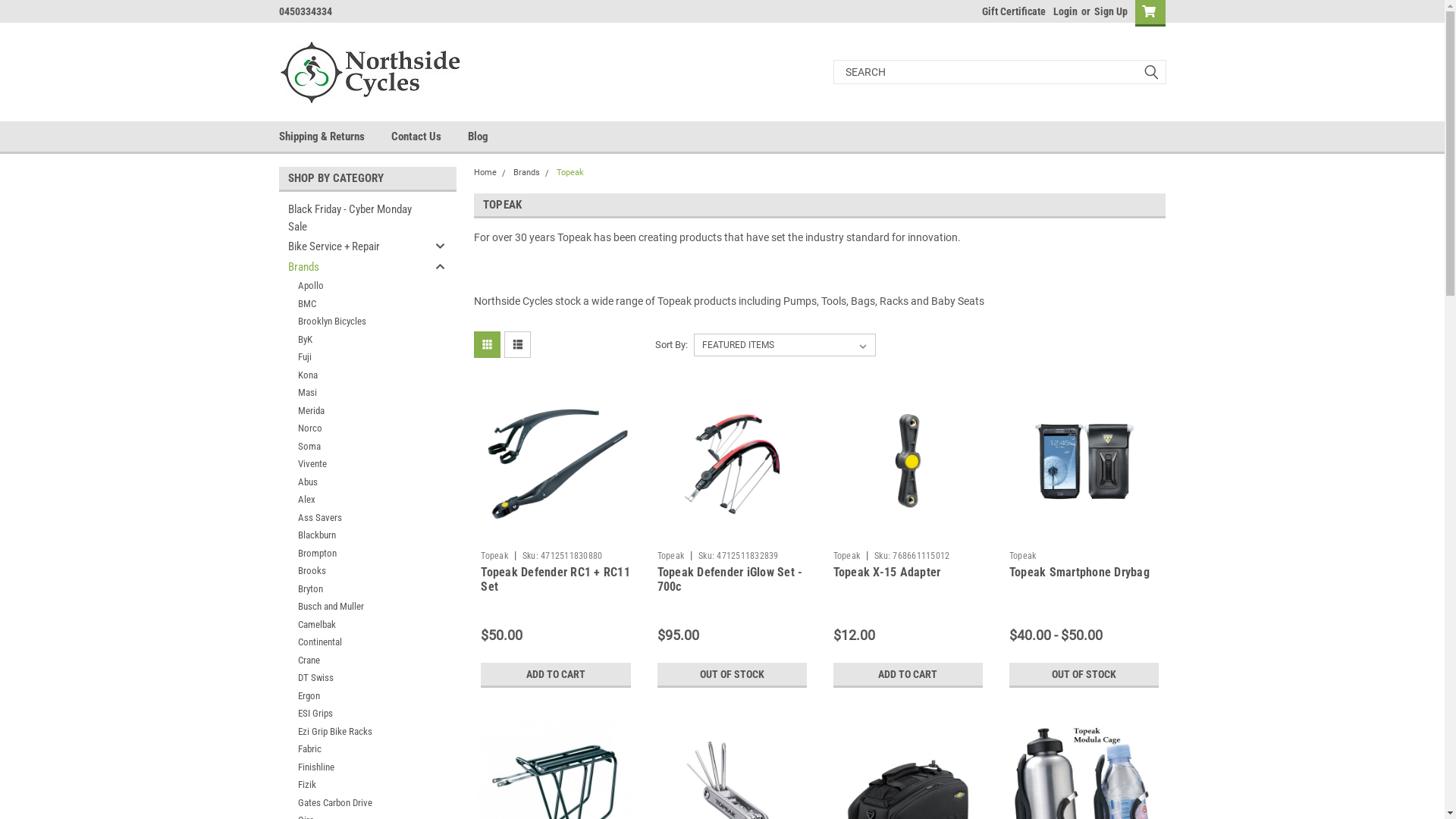 The image size is (1456, 819). I want to click on 'Soma', so click(279, 444).